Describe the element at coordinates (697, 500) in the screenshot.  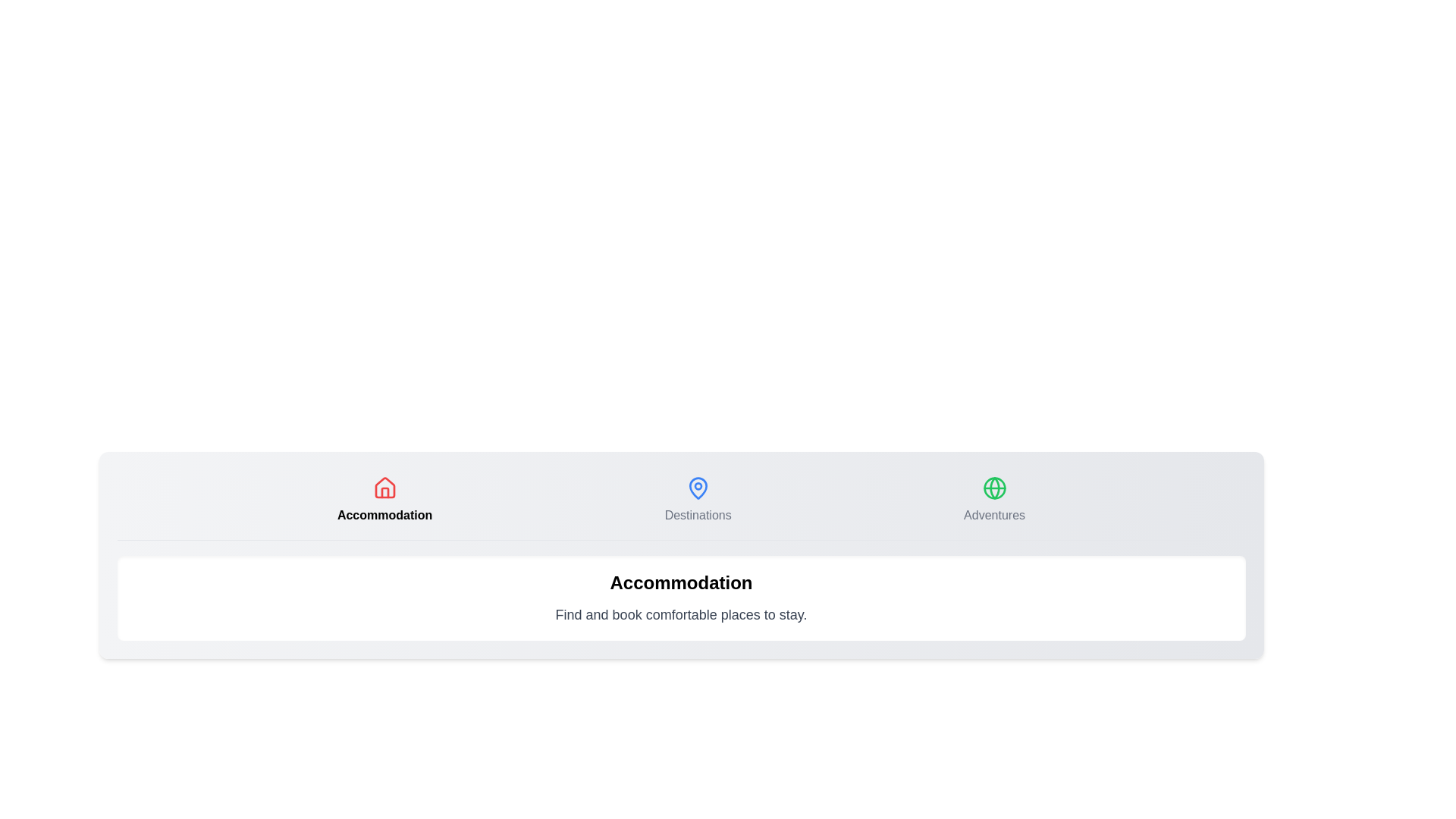
I see `the tab labeled Destinations` at that location.